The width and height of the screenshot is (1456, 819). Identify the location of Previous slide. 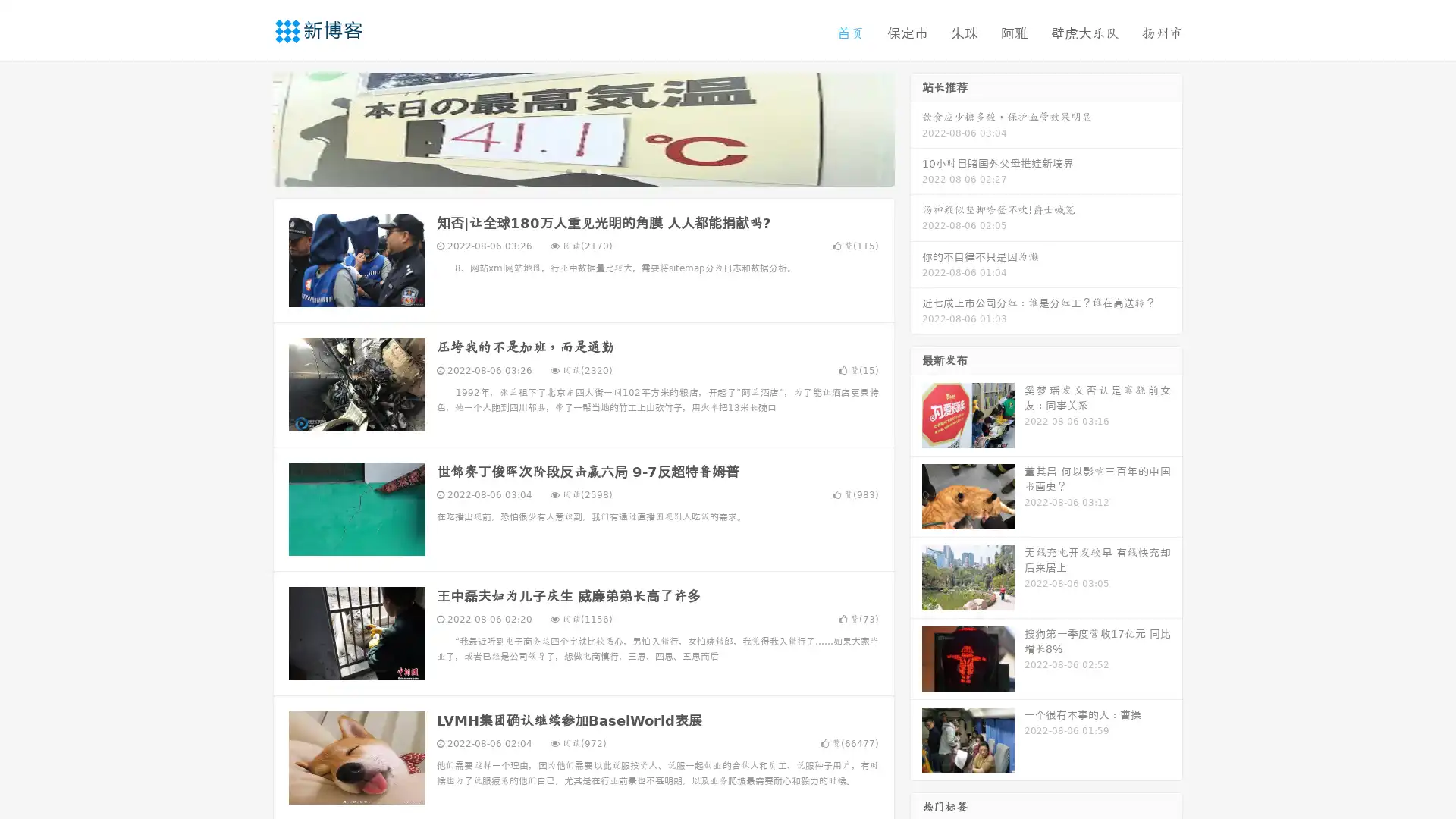
(250, 127).